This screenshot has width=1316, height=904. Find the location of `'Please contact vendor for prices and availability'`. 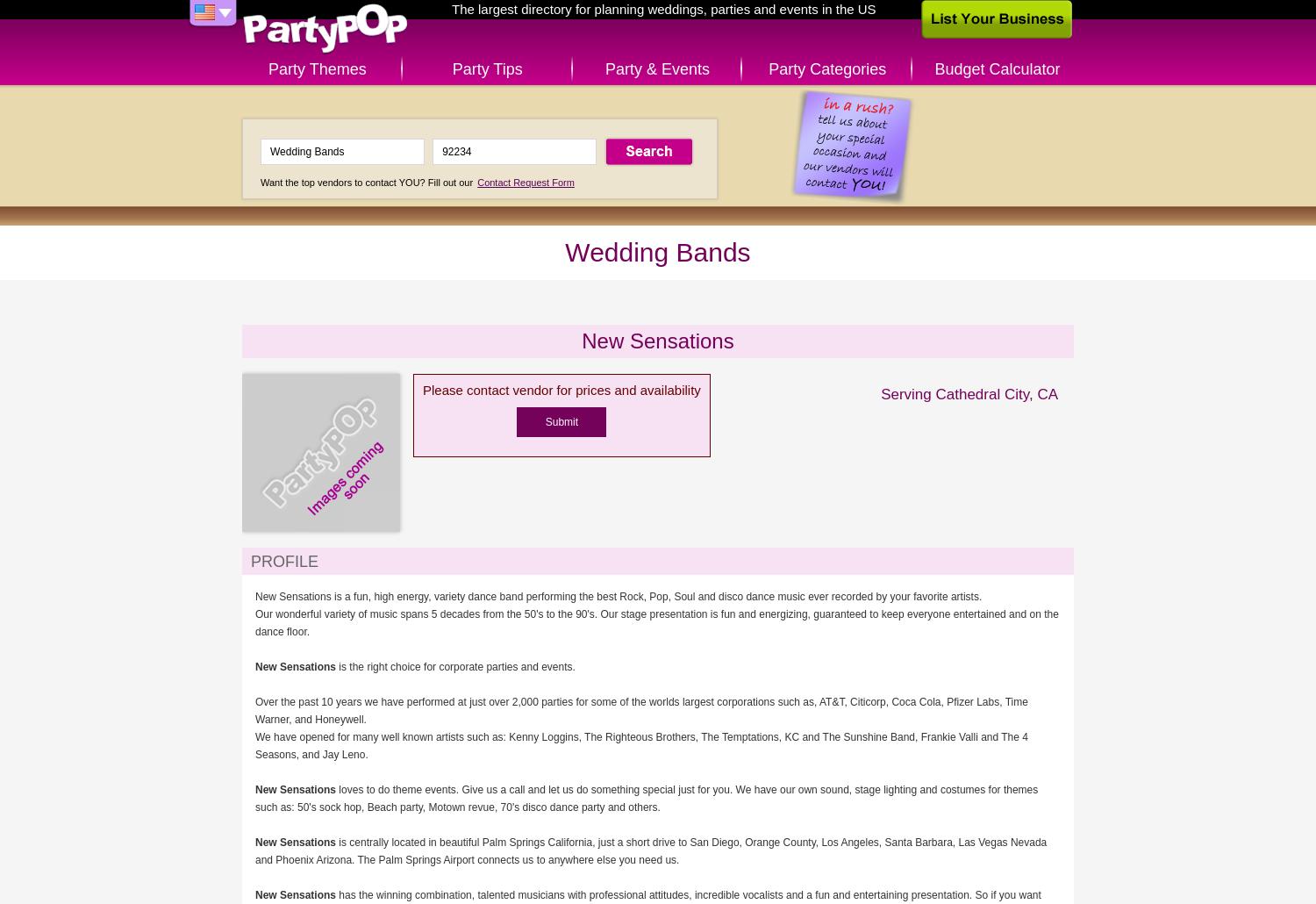

'Please contact vendor for prices and availability' is located at coordinates (421, 389).